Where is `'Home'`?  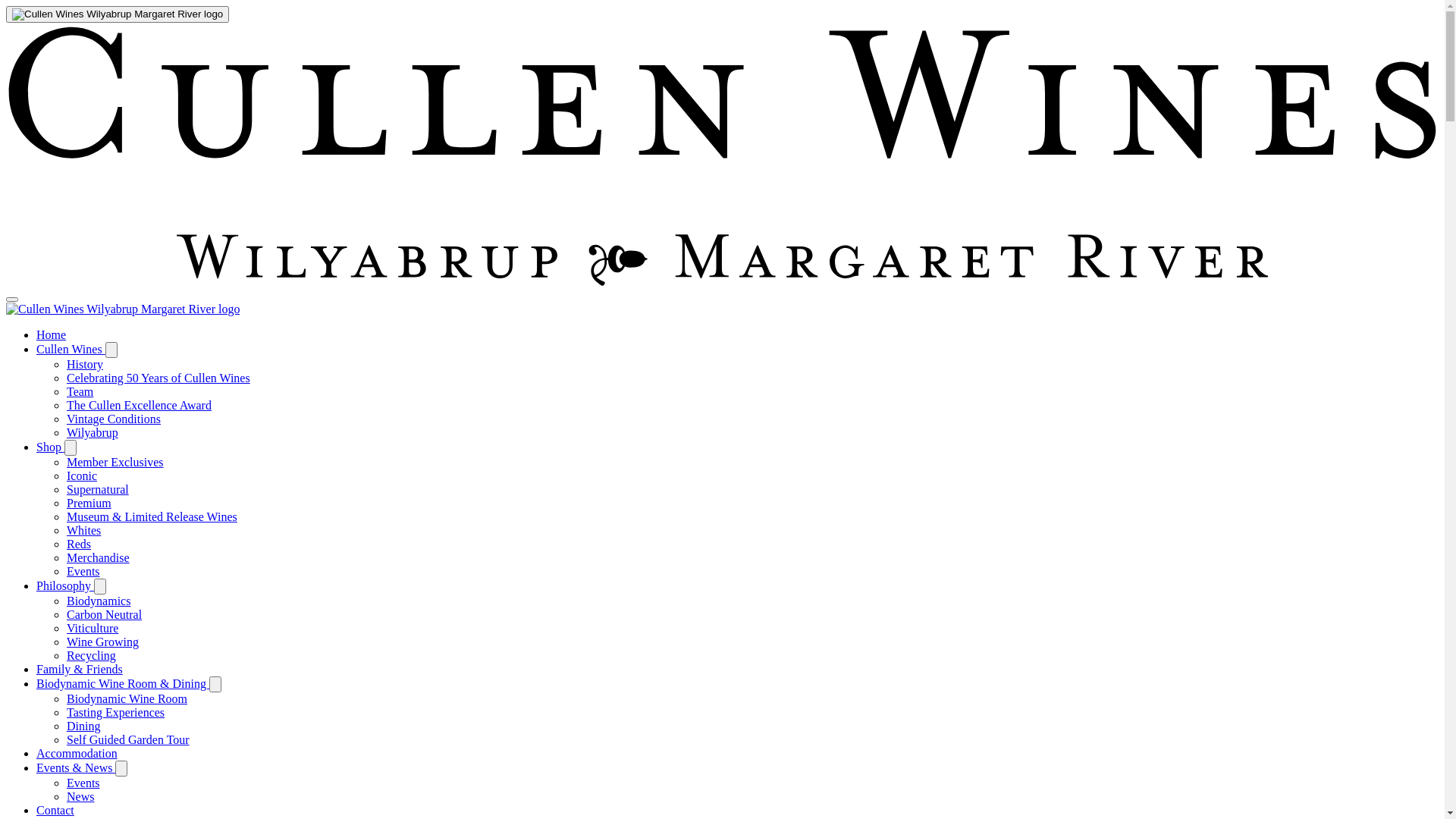
'Home' is located at coordinates (51, 334).